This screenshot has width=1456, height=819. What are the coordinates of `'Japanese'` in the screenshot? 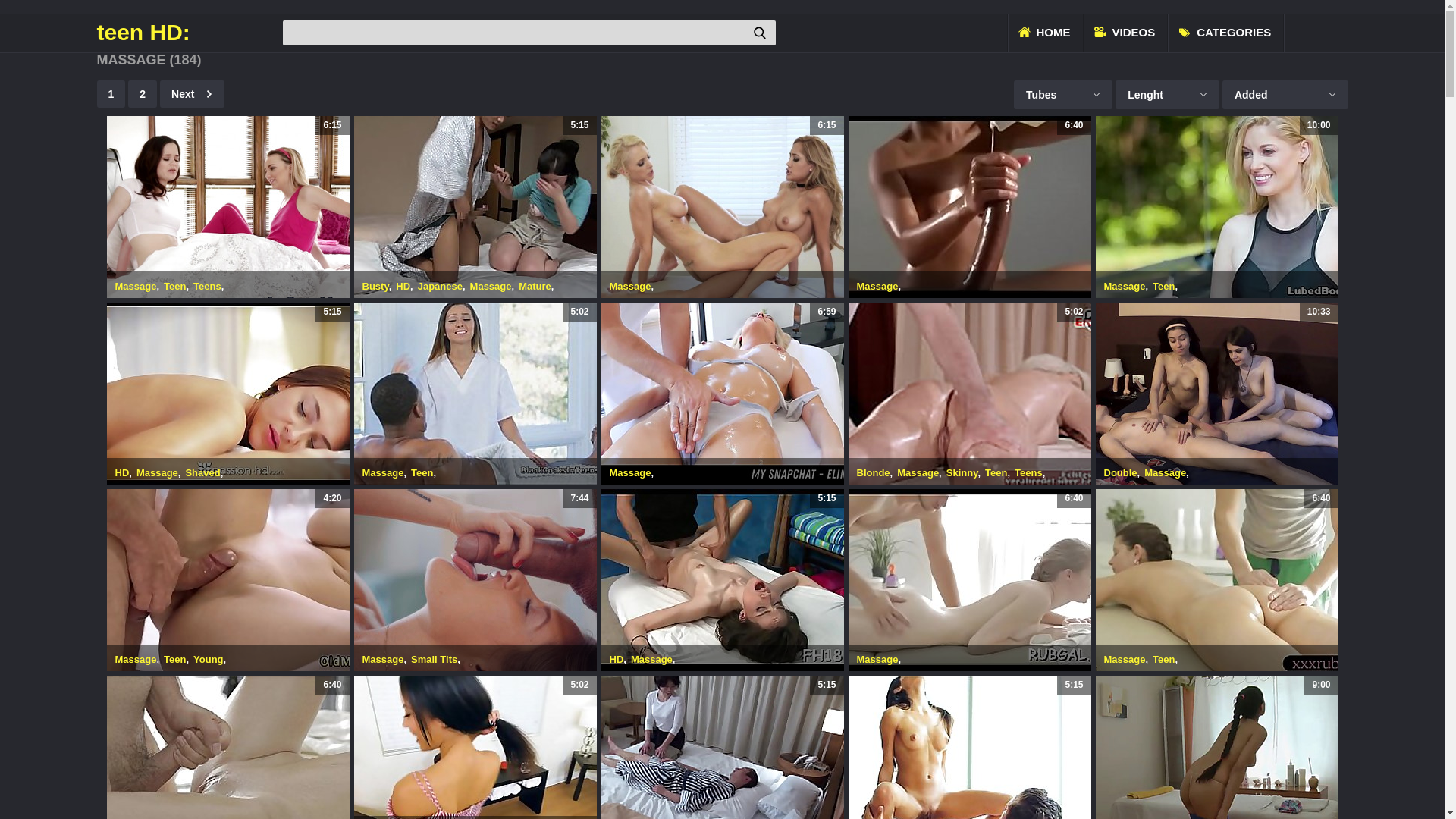 It's located at (439, 286).